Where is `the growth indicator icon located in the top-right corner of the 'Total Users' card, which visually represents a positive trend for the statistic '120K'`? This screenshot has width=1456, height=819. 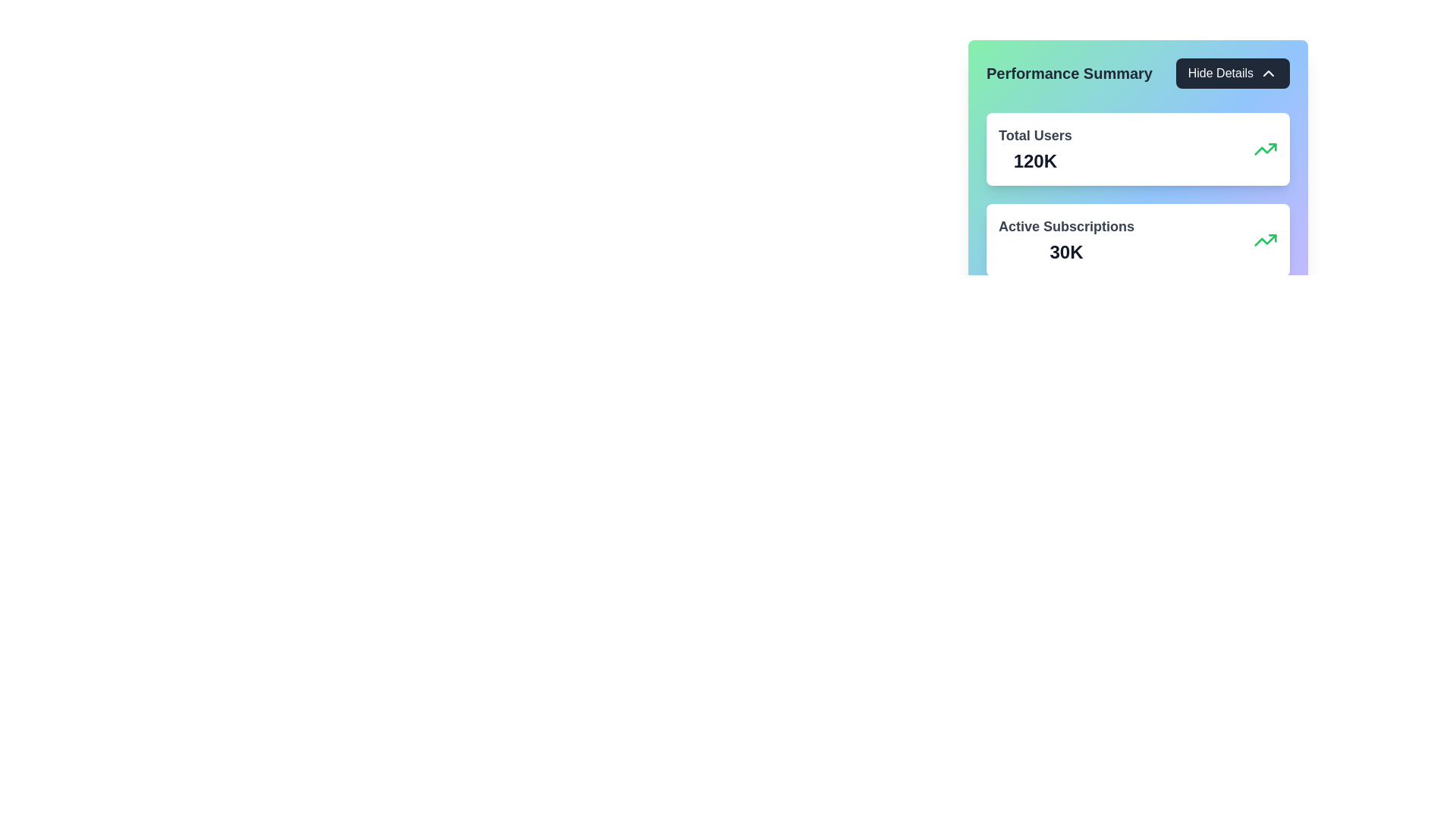 the growth indicator icon located in the top-right corner of the 'Total Users' card, which visually represents a positive trend for the statistic '120K' is located at coordinates (1266, 149).